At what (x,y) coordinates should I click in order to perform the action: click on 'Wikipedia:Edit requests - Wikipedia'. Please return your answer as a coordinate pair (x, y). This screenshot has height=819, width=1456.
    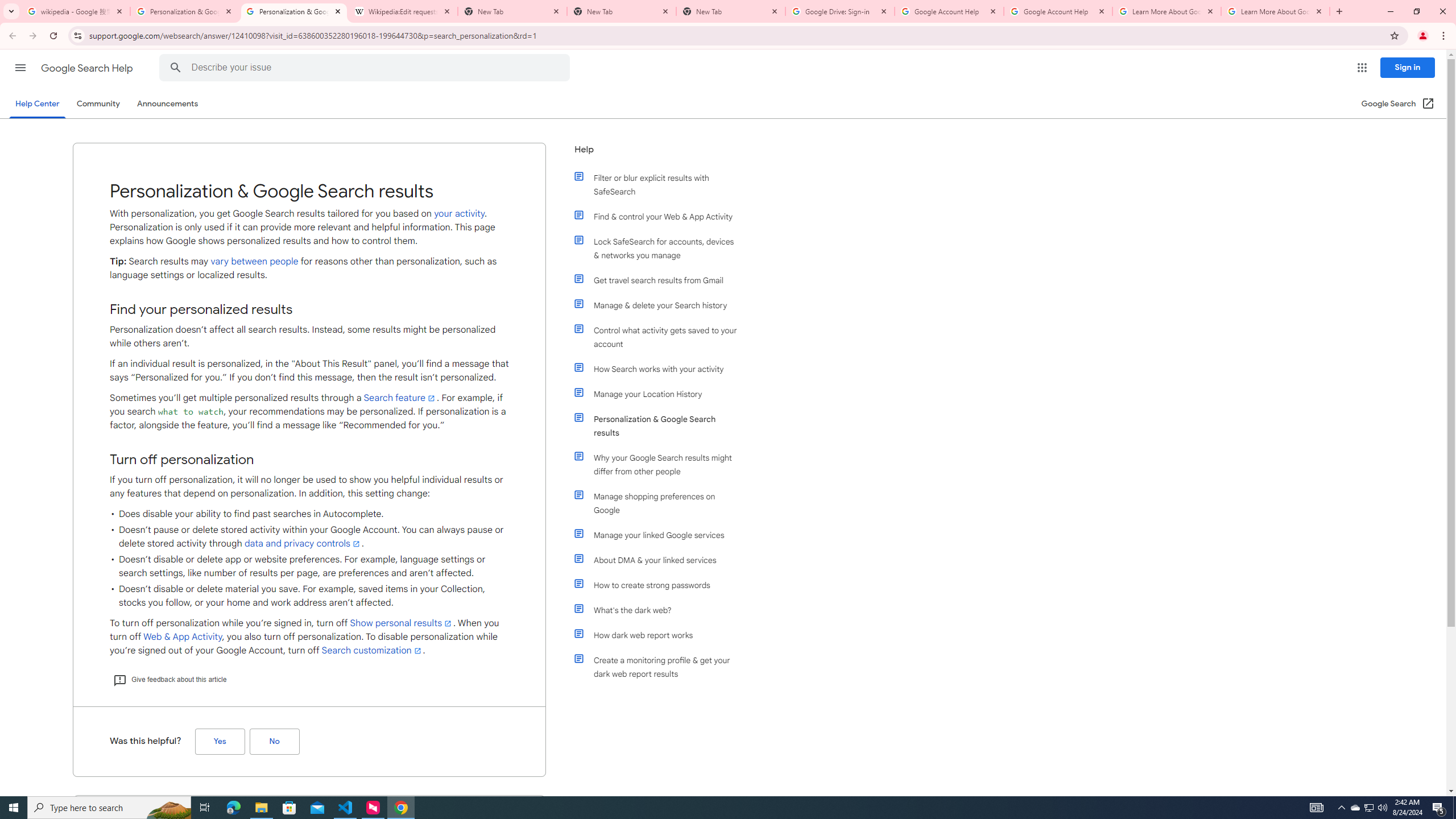
    Looking at the image, I should click on (403, 11).